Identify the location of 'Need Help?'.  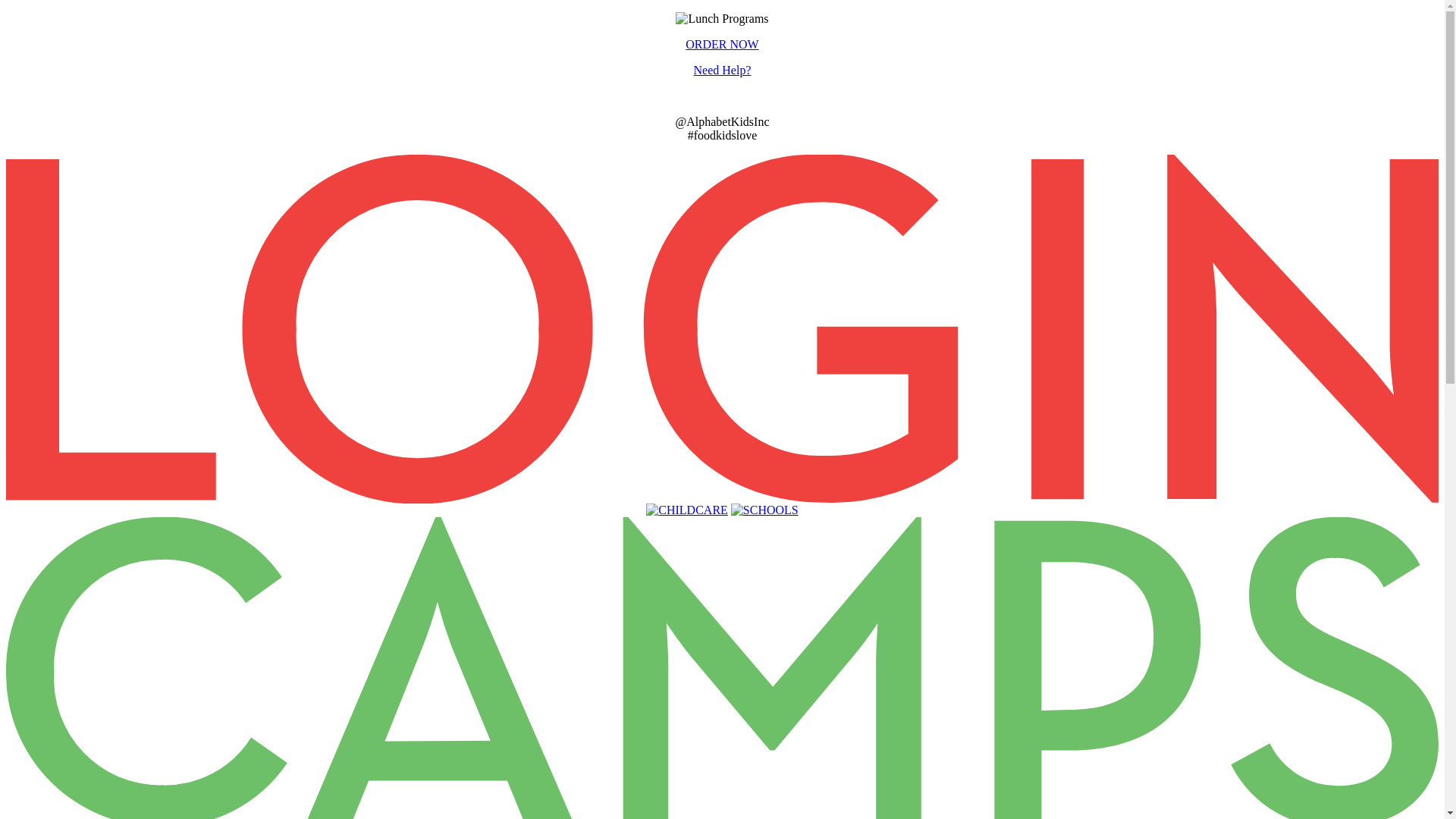
(693, 70).